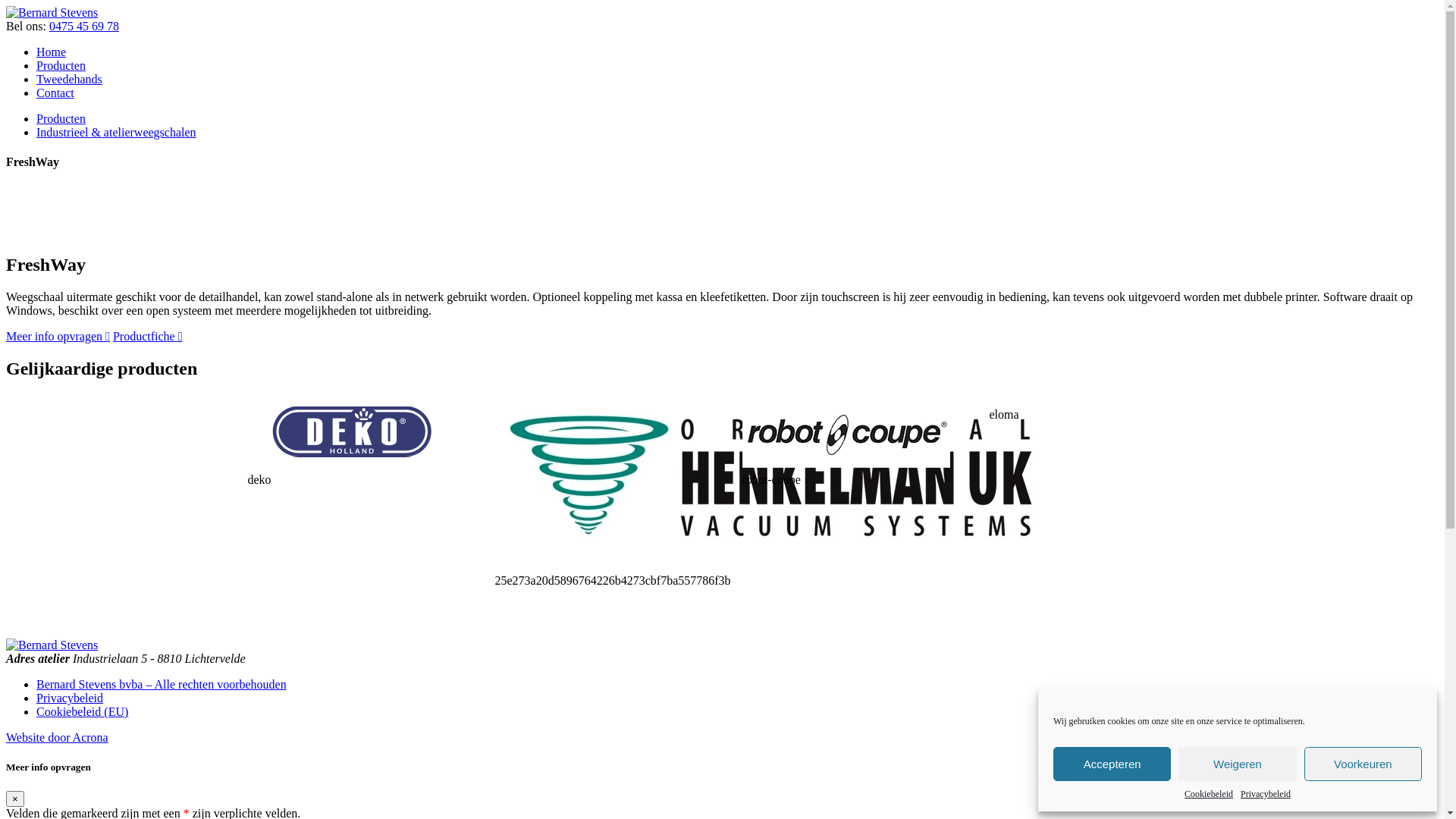  Describe the element at coordinates (58, 335) in the screenshot. I see `'Meer info opvragen'` at that location.